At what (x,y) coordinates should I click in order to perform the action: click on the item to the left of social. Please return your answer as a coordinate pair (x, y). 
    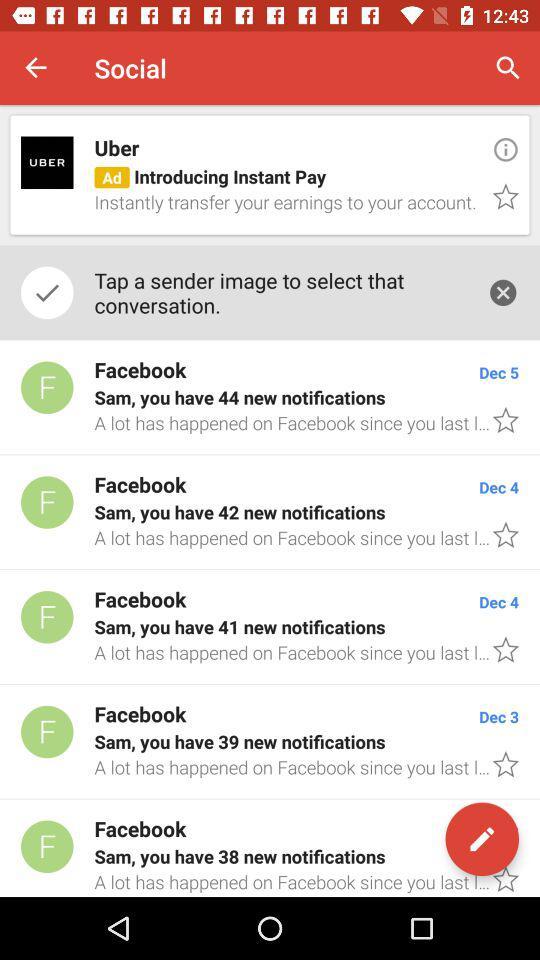
    Looking at the image, I should click on (36, 68).